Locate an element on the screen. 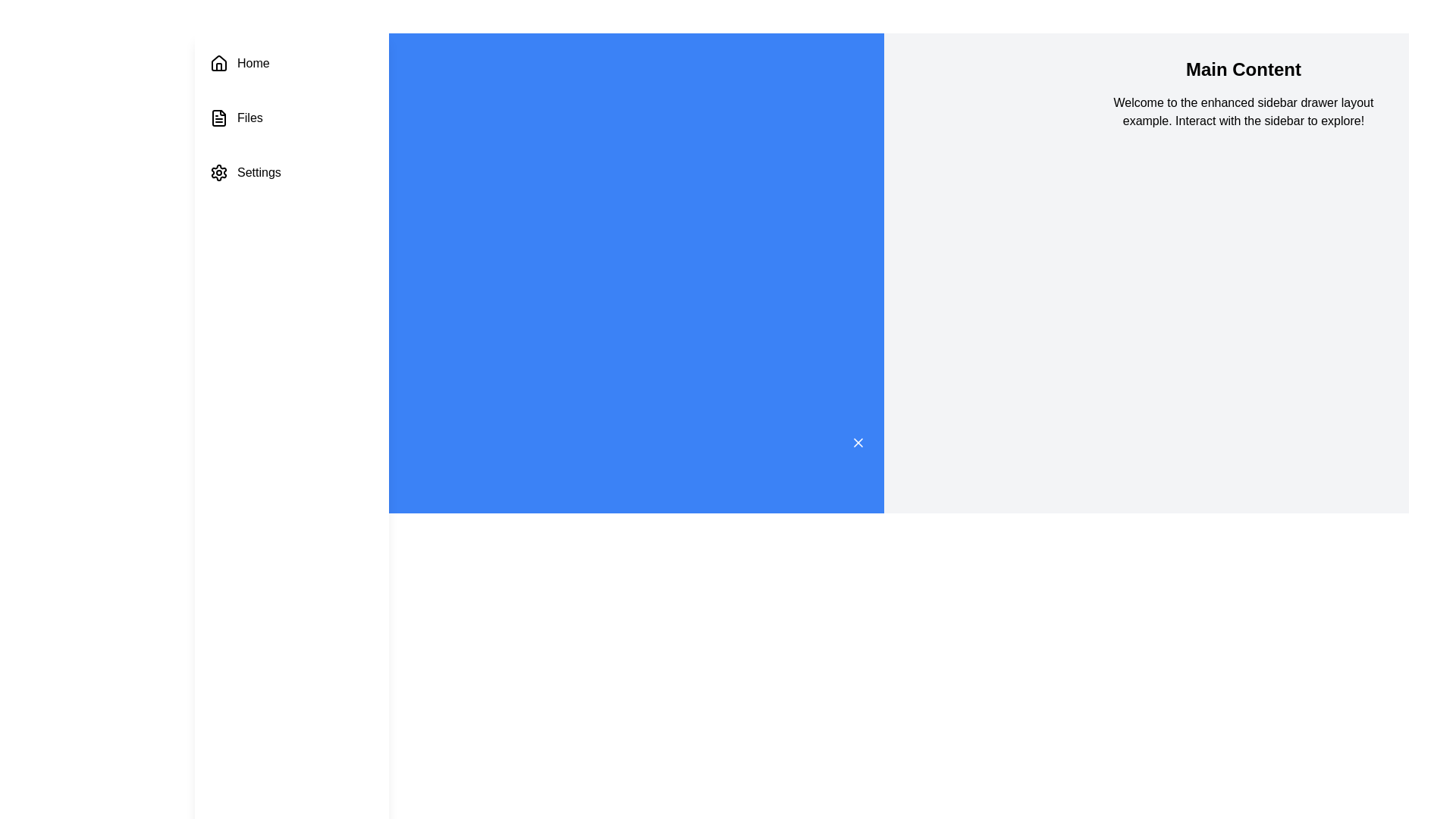 Image resolution: width=1456 pixels, height=819 pixels. the 'Main Content' header to focus on it is located at coordinates (1242, 70).